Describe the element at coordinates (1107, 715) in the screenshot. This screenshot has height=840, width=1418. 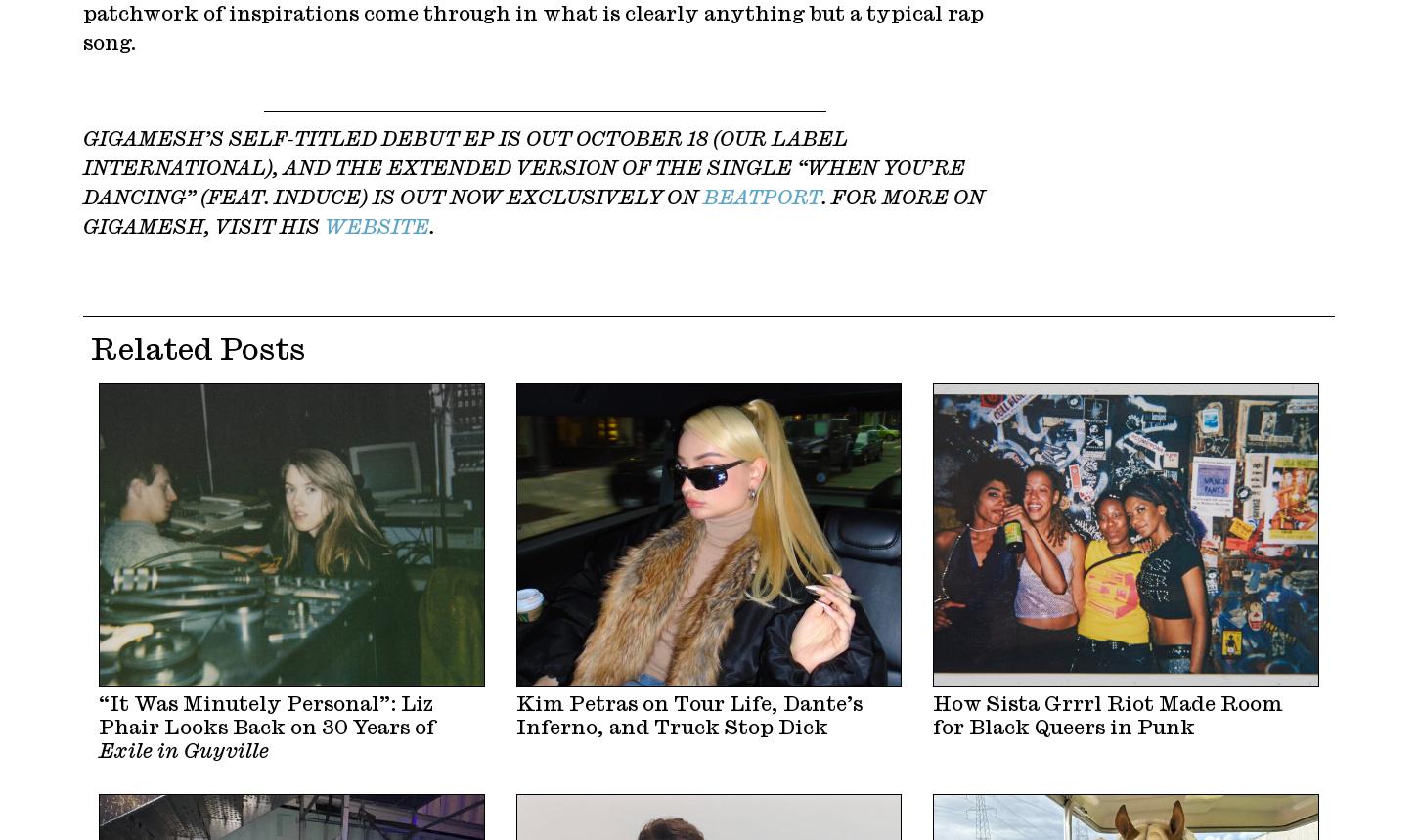
I see `'How Sista Grrrl Riot Made Room for Black Queers in Punk'` at that location.